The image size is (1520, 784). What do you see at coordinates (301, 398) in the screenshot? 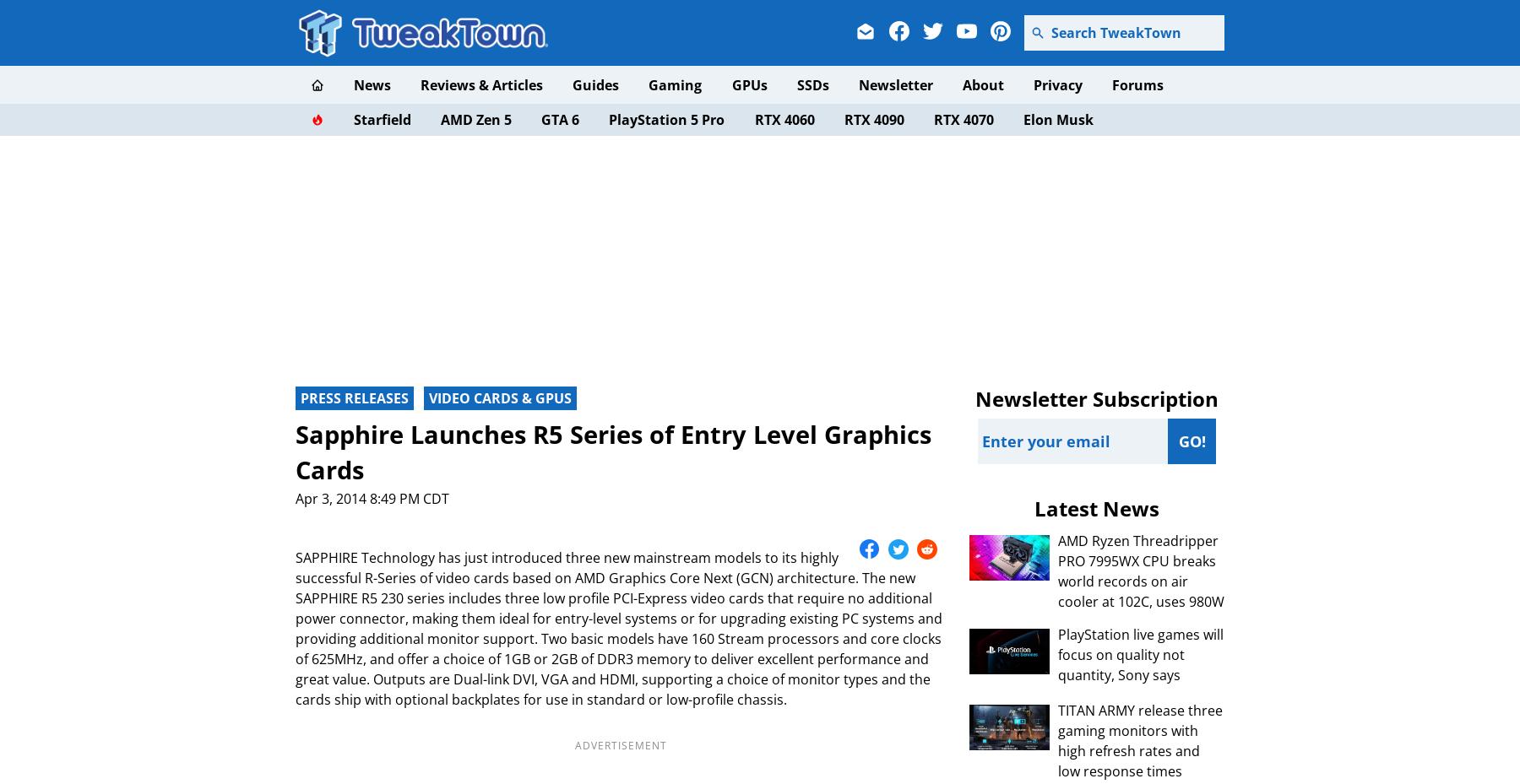
I see `'Press Releases'` at bounding box center [301, 398].